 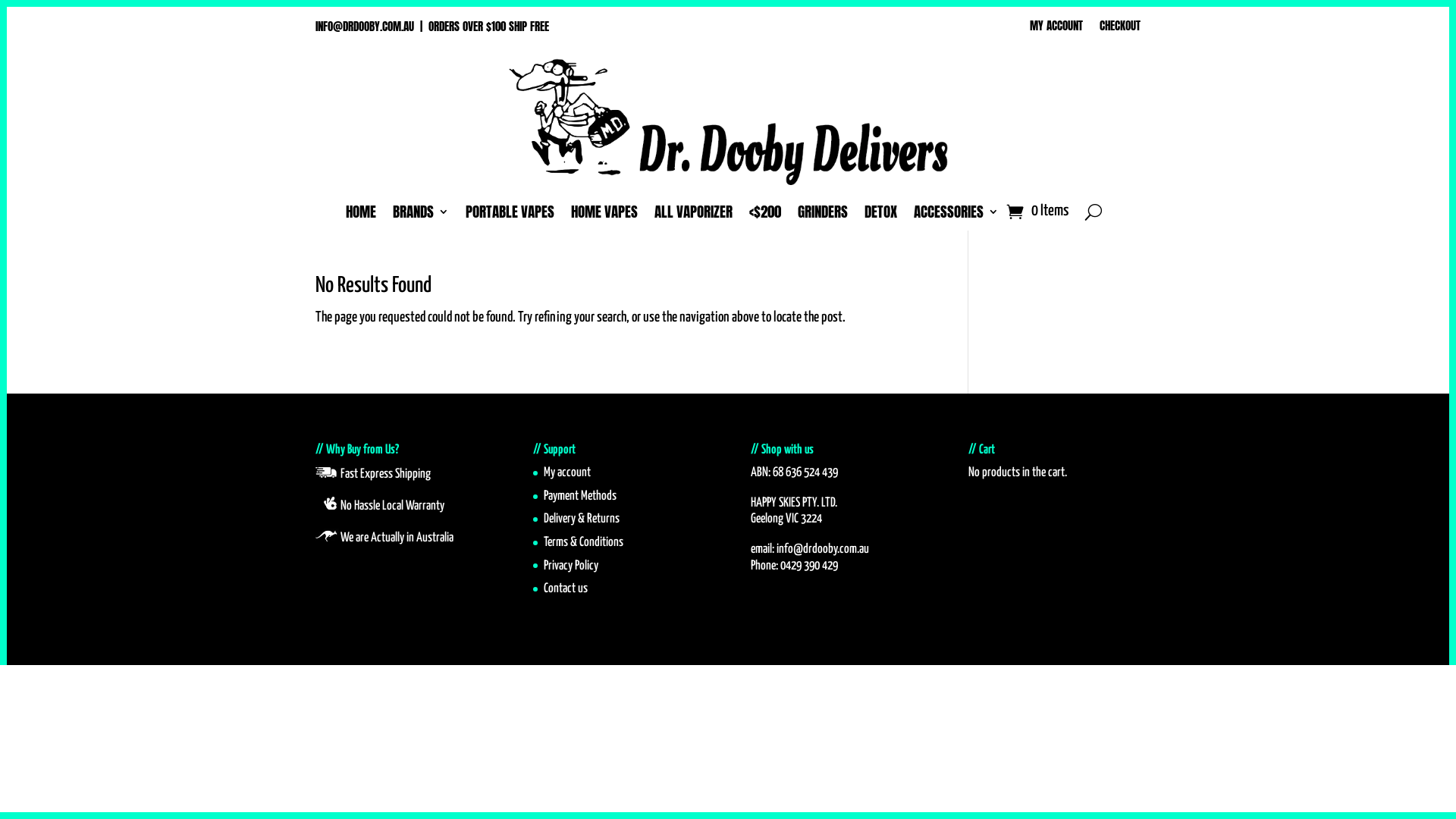 What do you see at coordinates (510, 214) in the screenshot?
I see `'PORTABLE VAPES'` at bounding box center [510, 214].